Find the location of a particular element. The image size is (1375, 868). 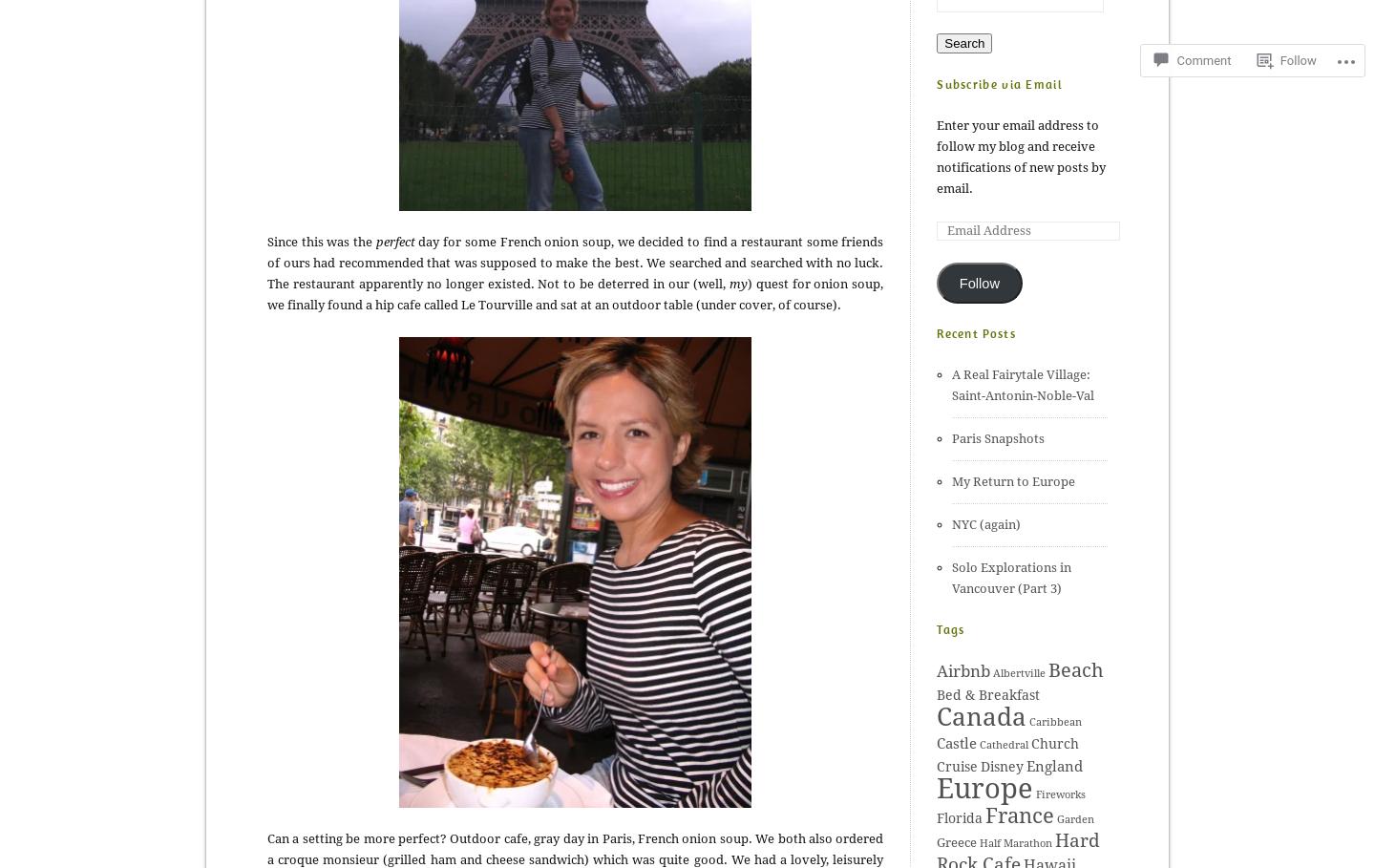

'perfect' is located at coordinates (393, 242).